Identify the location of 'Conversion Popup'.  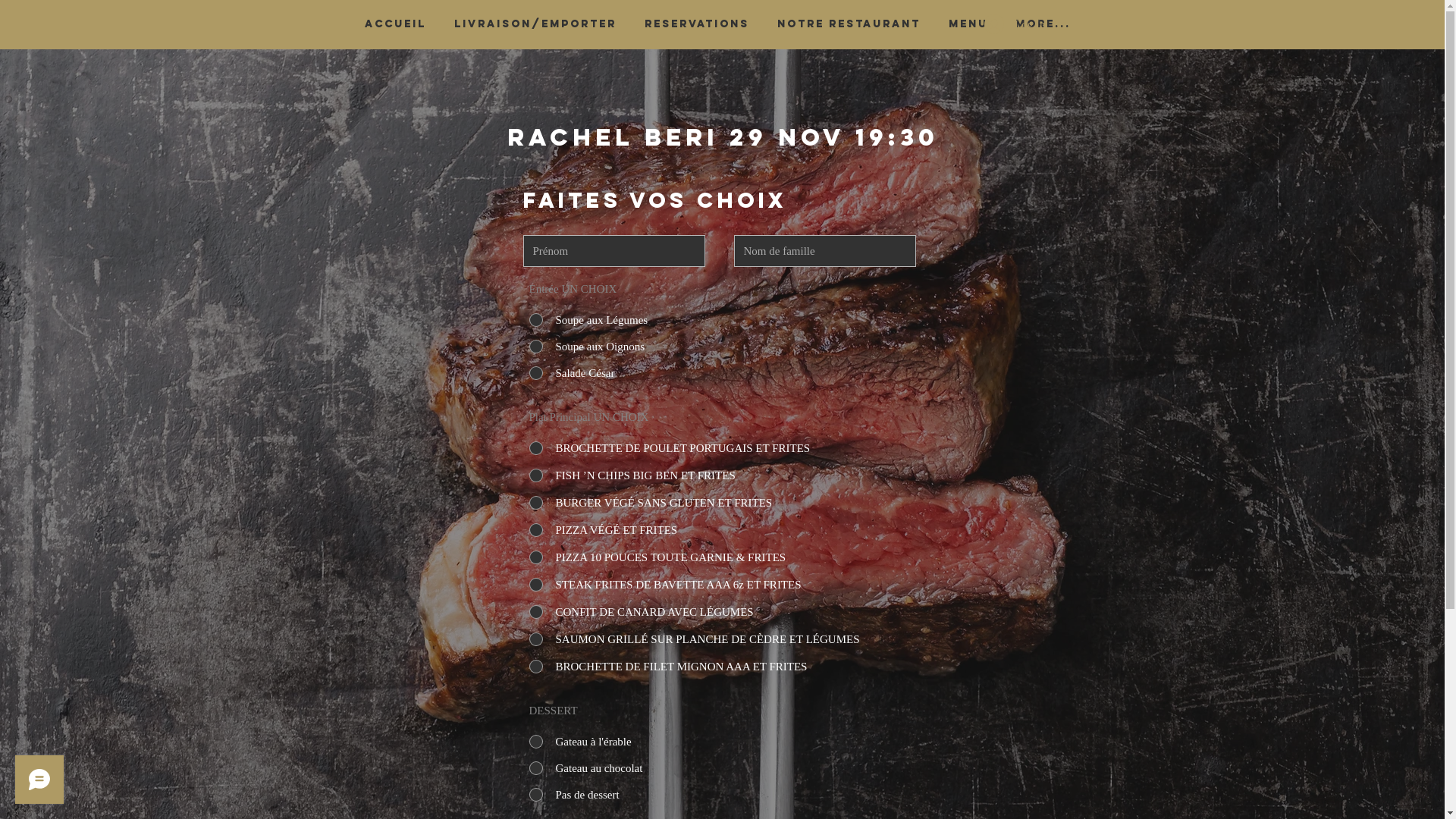
(723, 403).